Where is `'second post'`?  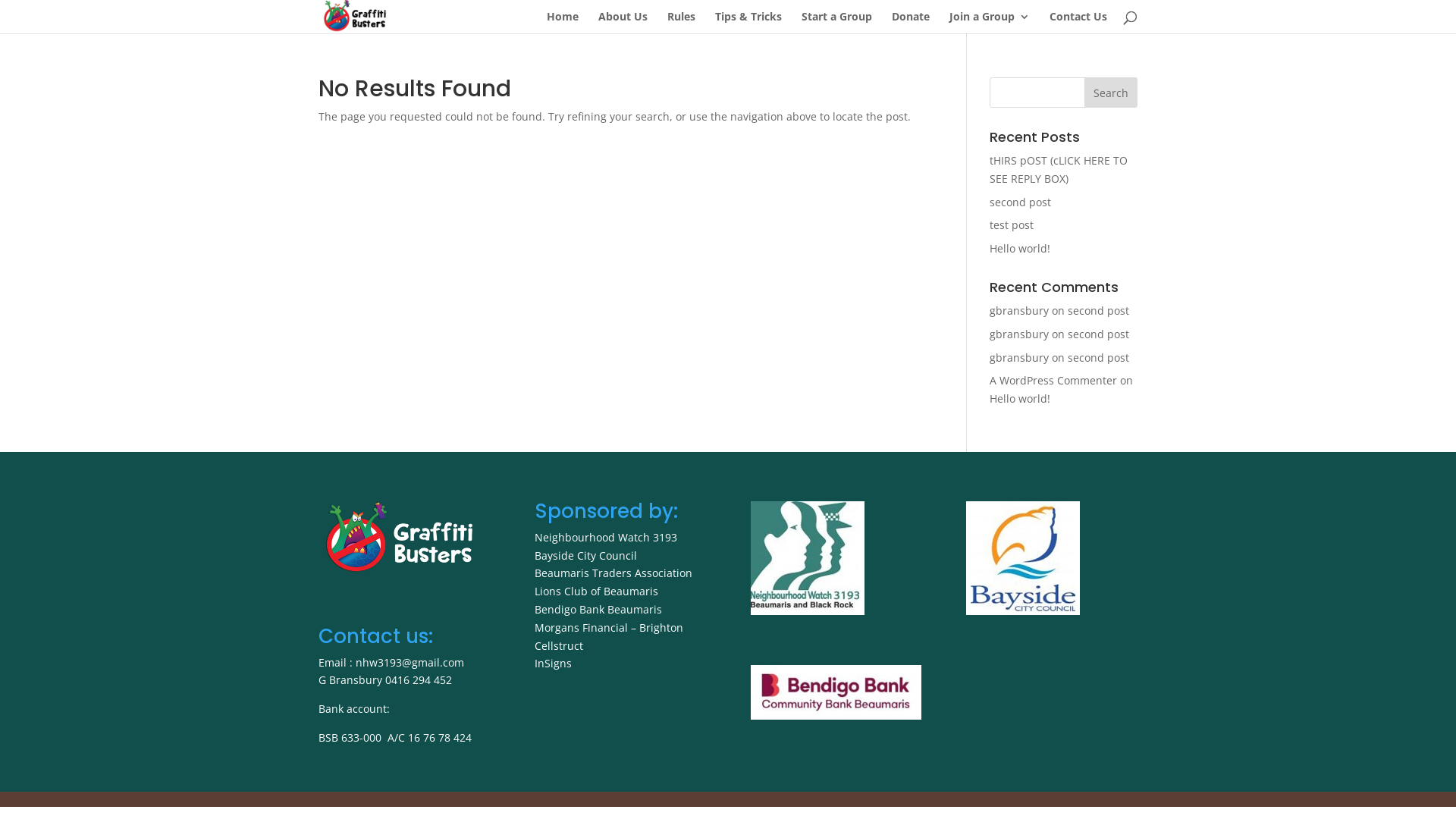
'second post' is located at coordinates (1098, 333).